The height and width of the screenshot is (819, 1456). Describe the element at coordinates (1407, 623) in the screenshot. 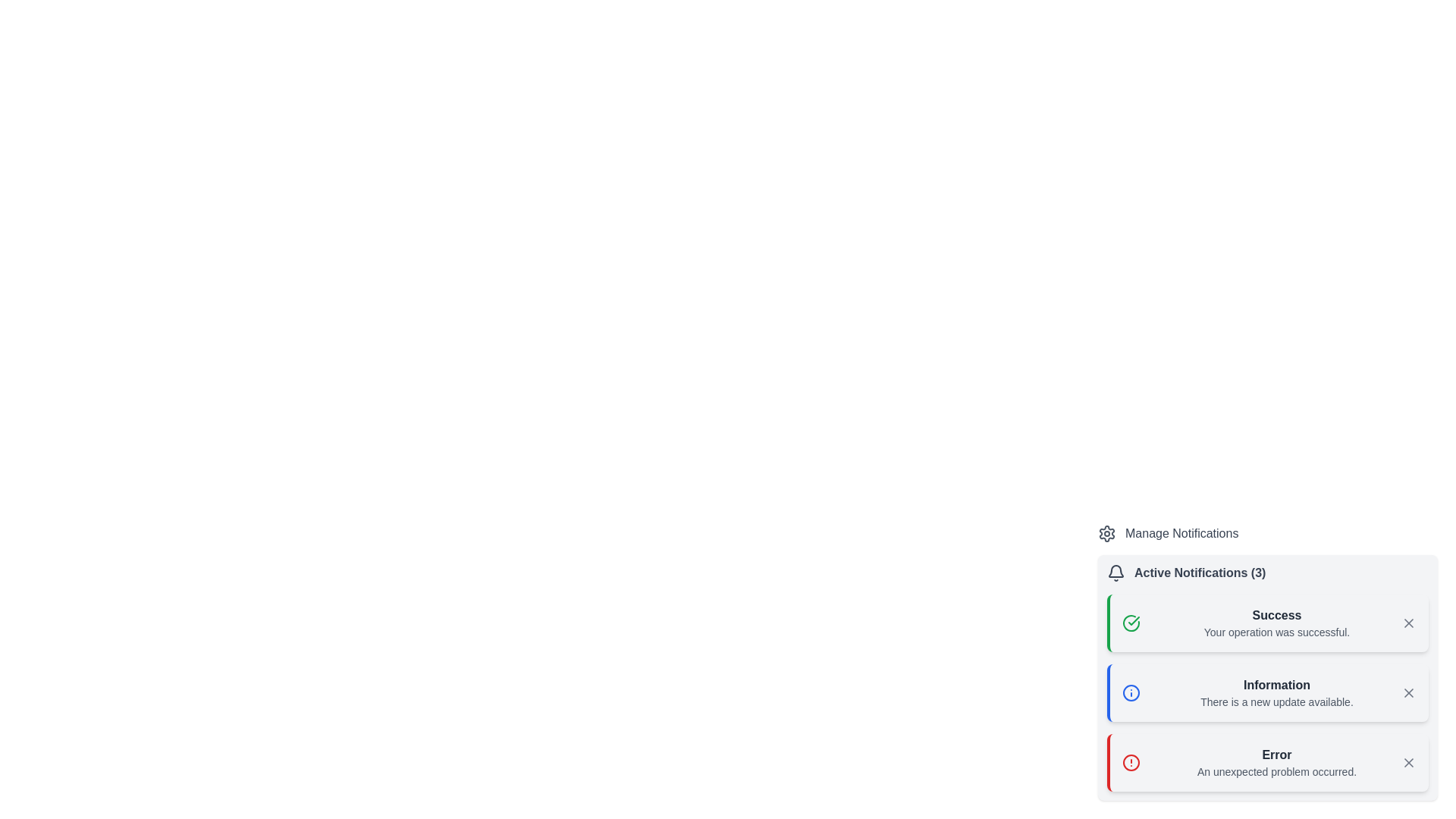

I see `the 'X' icon within the 'Success' notification entry, which is a small graphical element shaped like an 'X'` at that location.